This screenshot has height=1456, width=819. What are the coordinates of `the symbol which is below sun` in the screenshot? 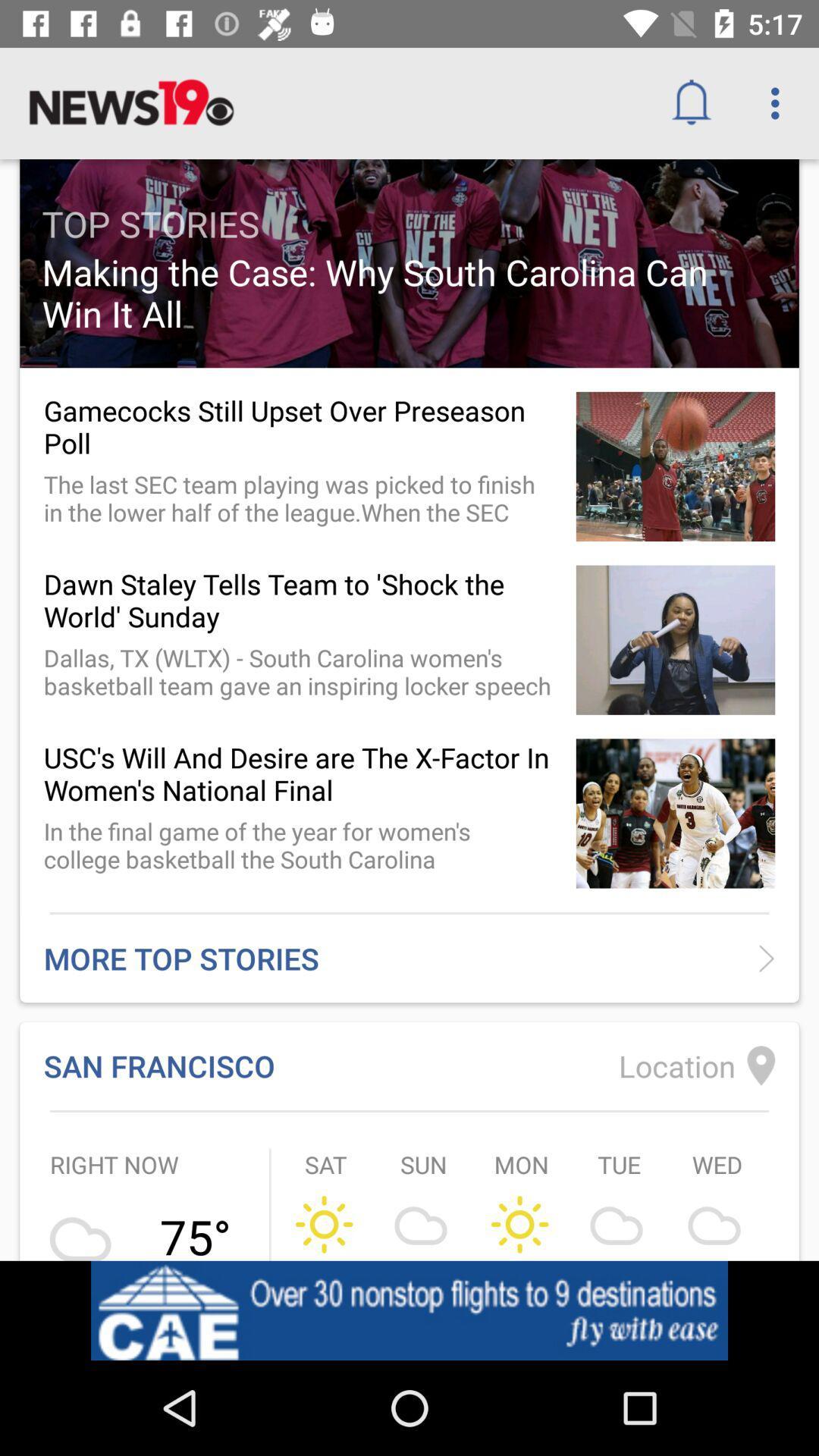 It's located at (424, 1223).